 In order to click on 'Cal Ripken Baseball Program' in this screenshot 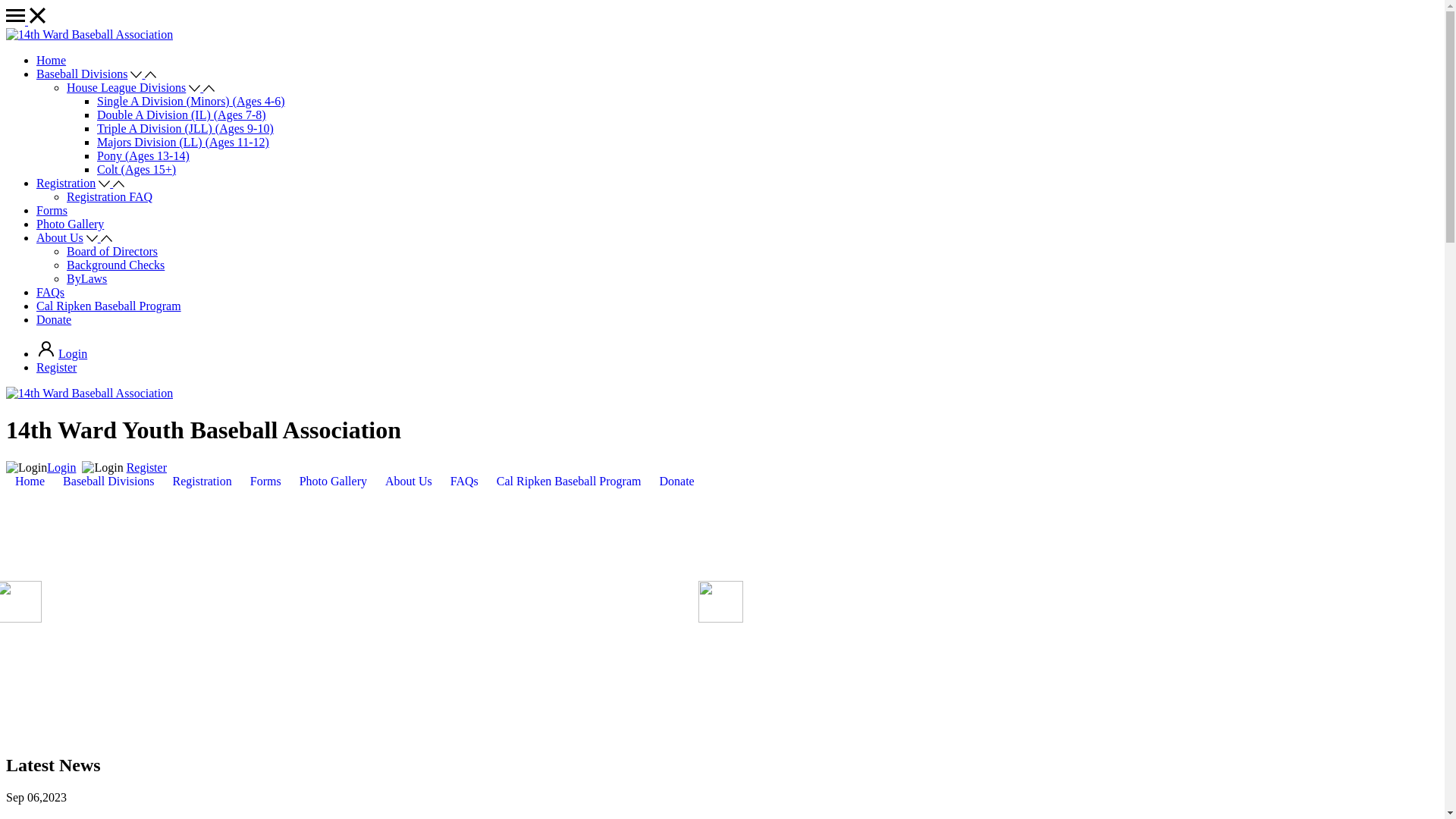, I will do `click(568, 482)`.